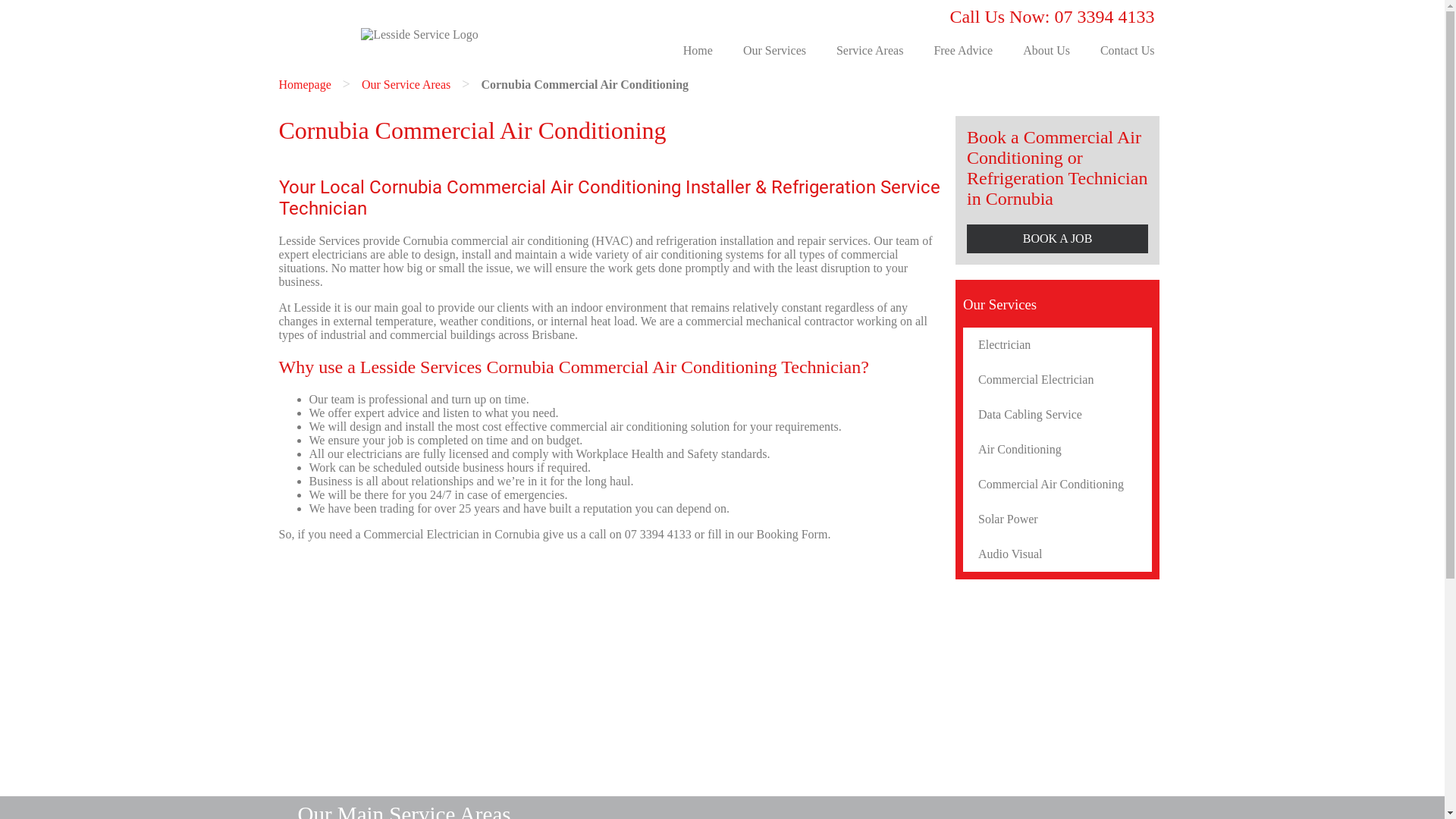 This screenshot has height=819, width=1456. Describe the element at coordinates (304, 83) in the screenshot. I see `'Homepage'` at that location.